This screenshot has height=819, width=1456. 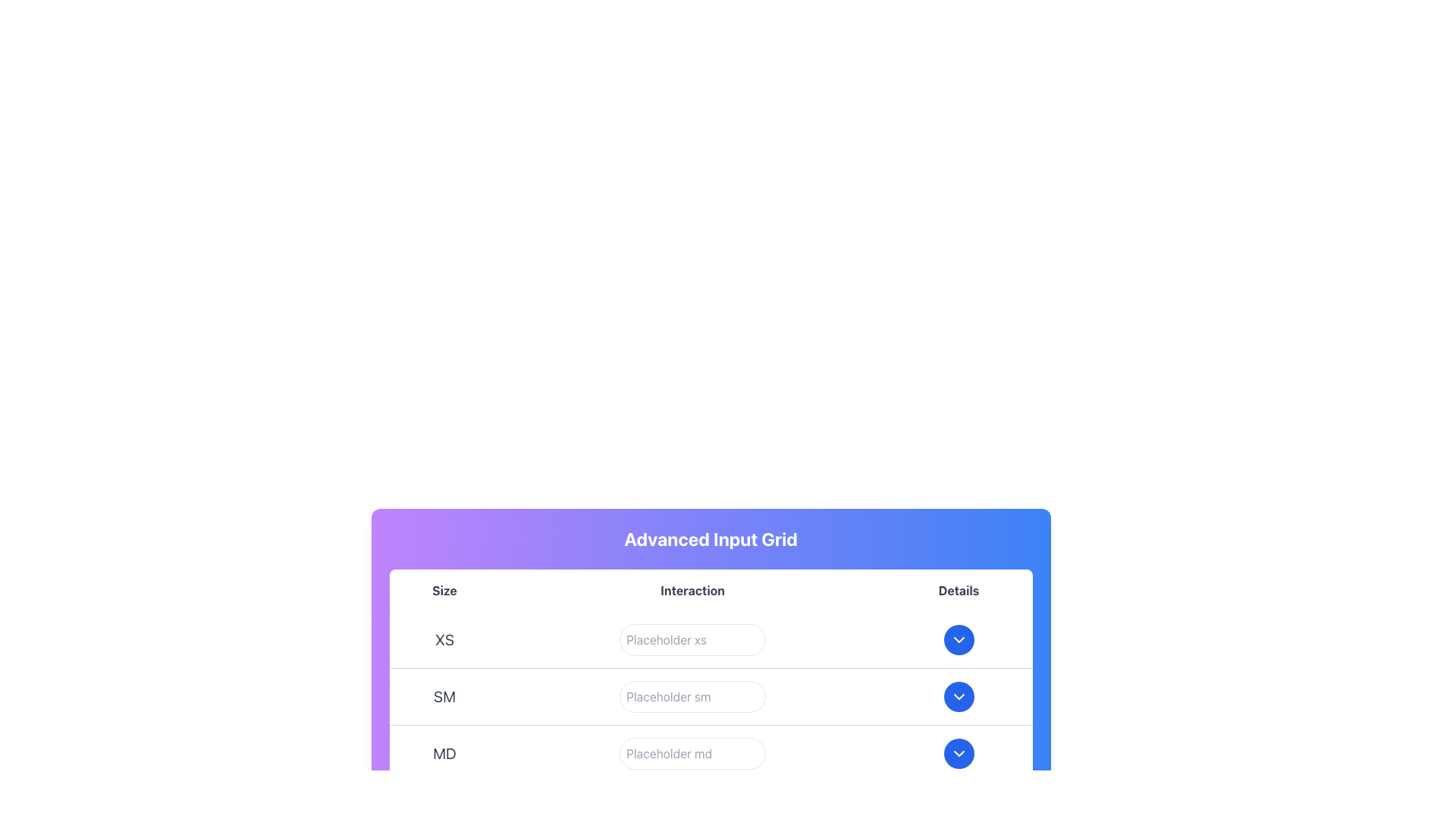 What do you see at coordinates (692, 696) in the screenshot?
I see `the text input field` at bounding box center [692, 696].